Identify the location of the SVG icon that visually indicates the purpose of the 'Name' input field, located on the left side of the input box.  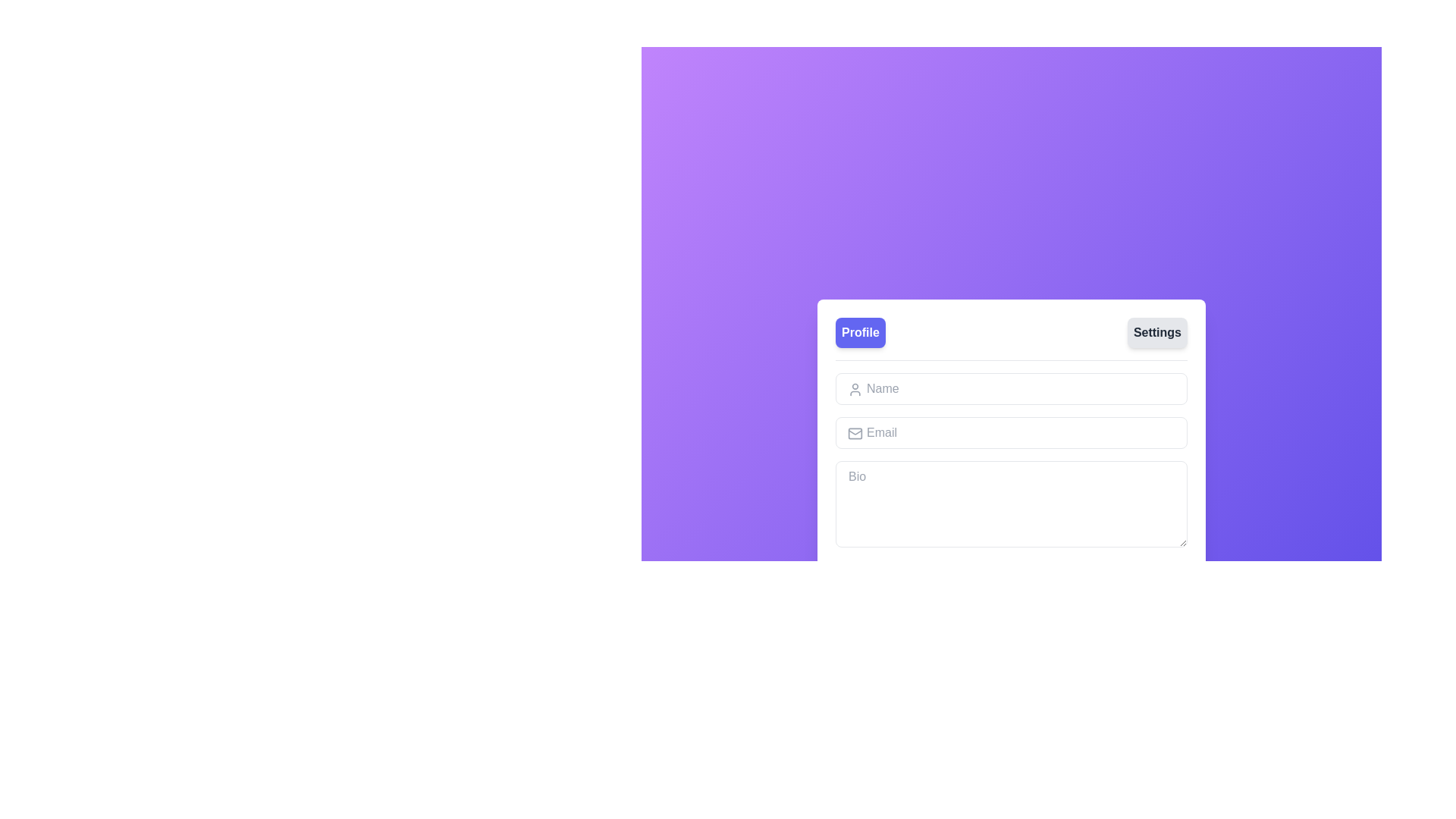
(855, 388).